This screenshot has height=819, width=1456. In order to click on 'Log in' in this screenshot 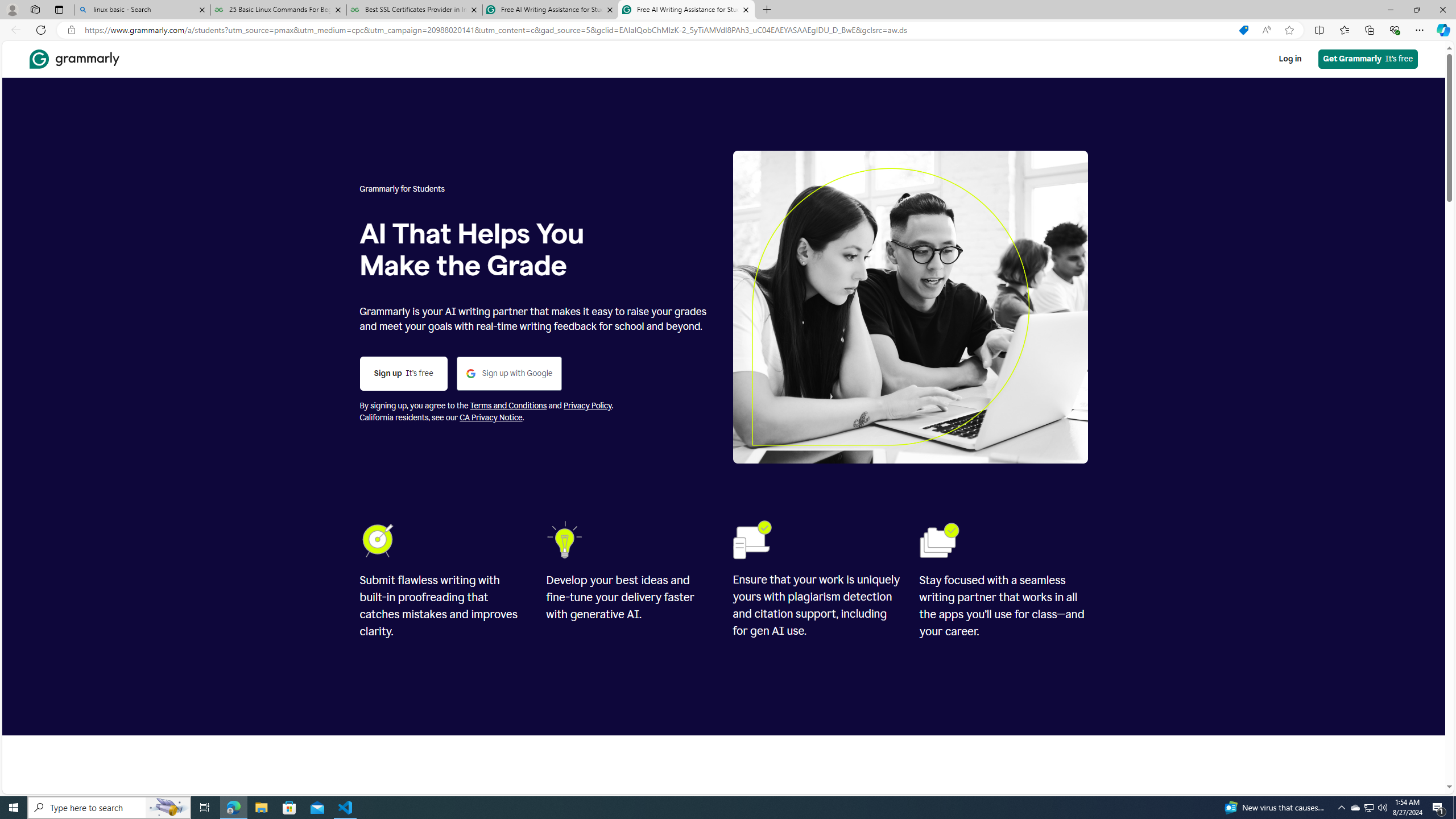, I will do `click(1289, 59)`.